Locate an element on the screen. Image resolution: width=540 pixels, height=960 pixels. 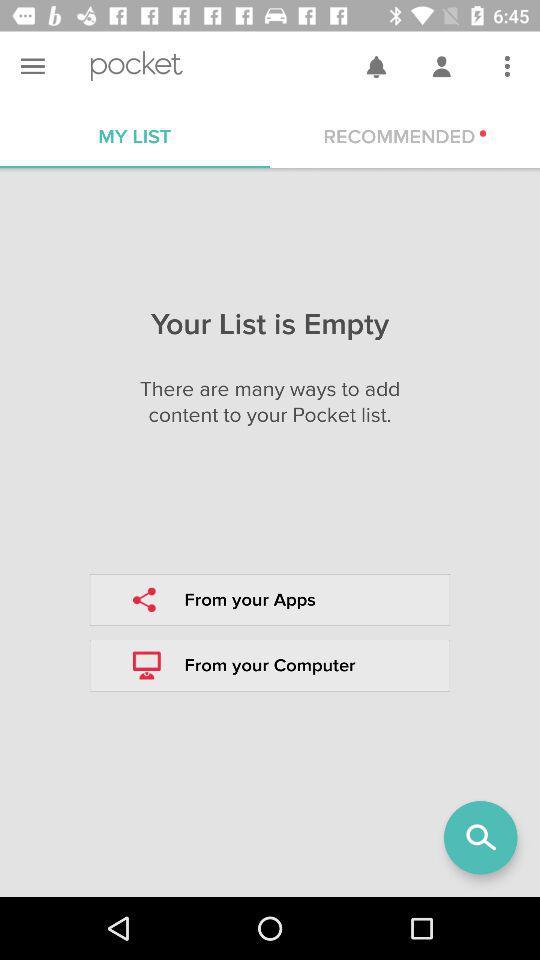
symbol beside profile symbol is located at coordinates (376, 66).